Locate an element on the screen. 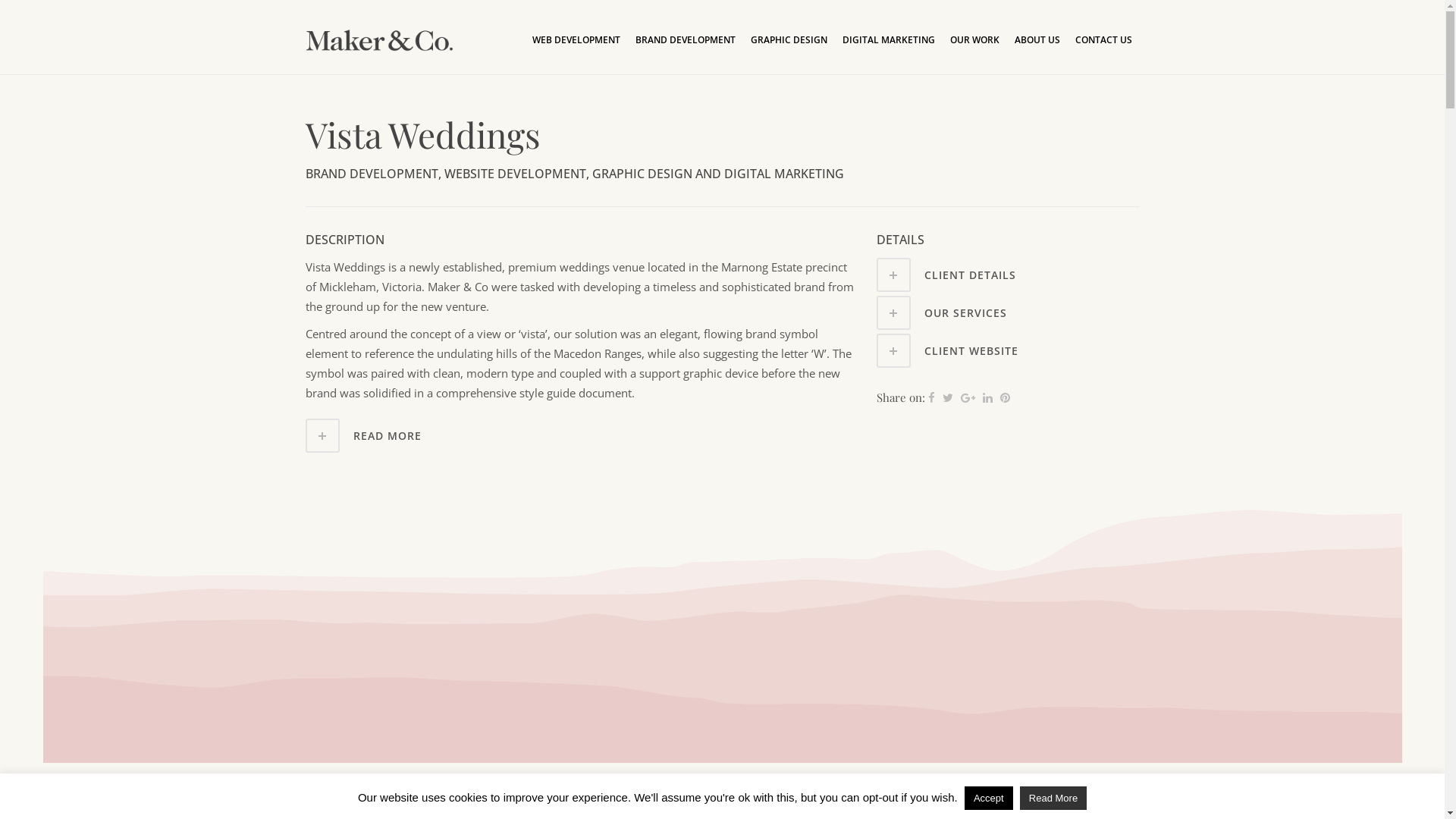  'BRAND DEVELOPMENT' is located at coordinates (684, 39).